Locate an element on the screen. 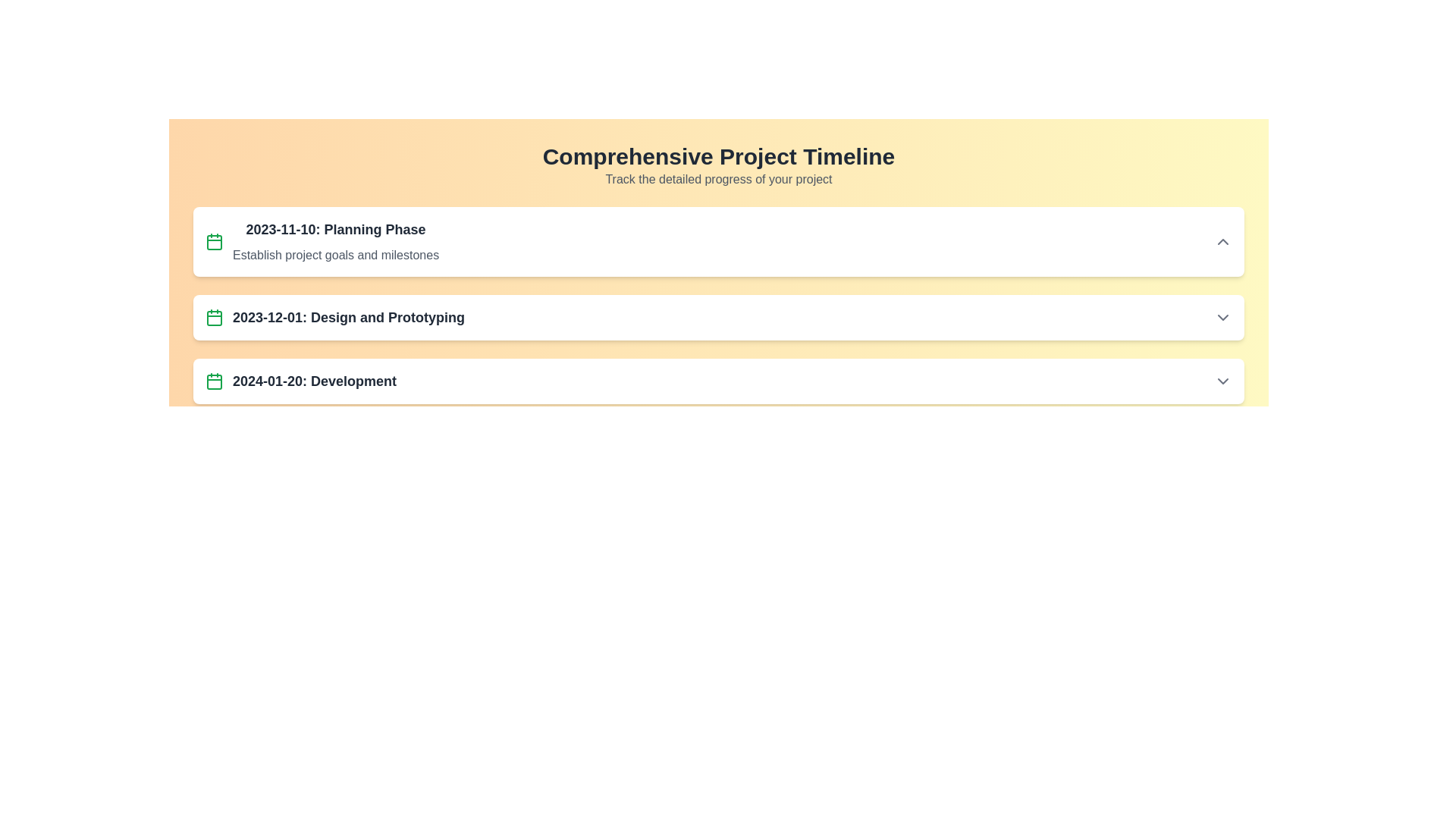 Image resolution: width=1456 pixels, height=819 pixels. the Text Display element that shows '2023-11-10: Planning Phase' in bold and 'Establish project goals and milestones' in a muted gray font, located at the top-left of the white card section is located at coordinates (335, 241).